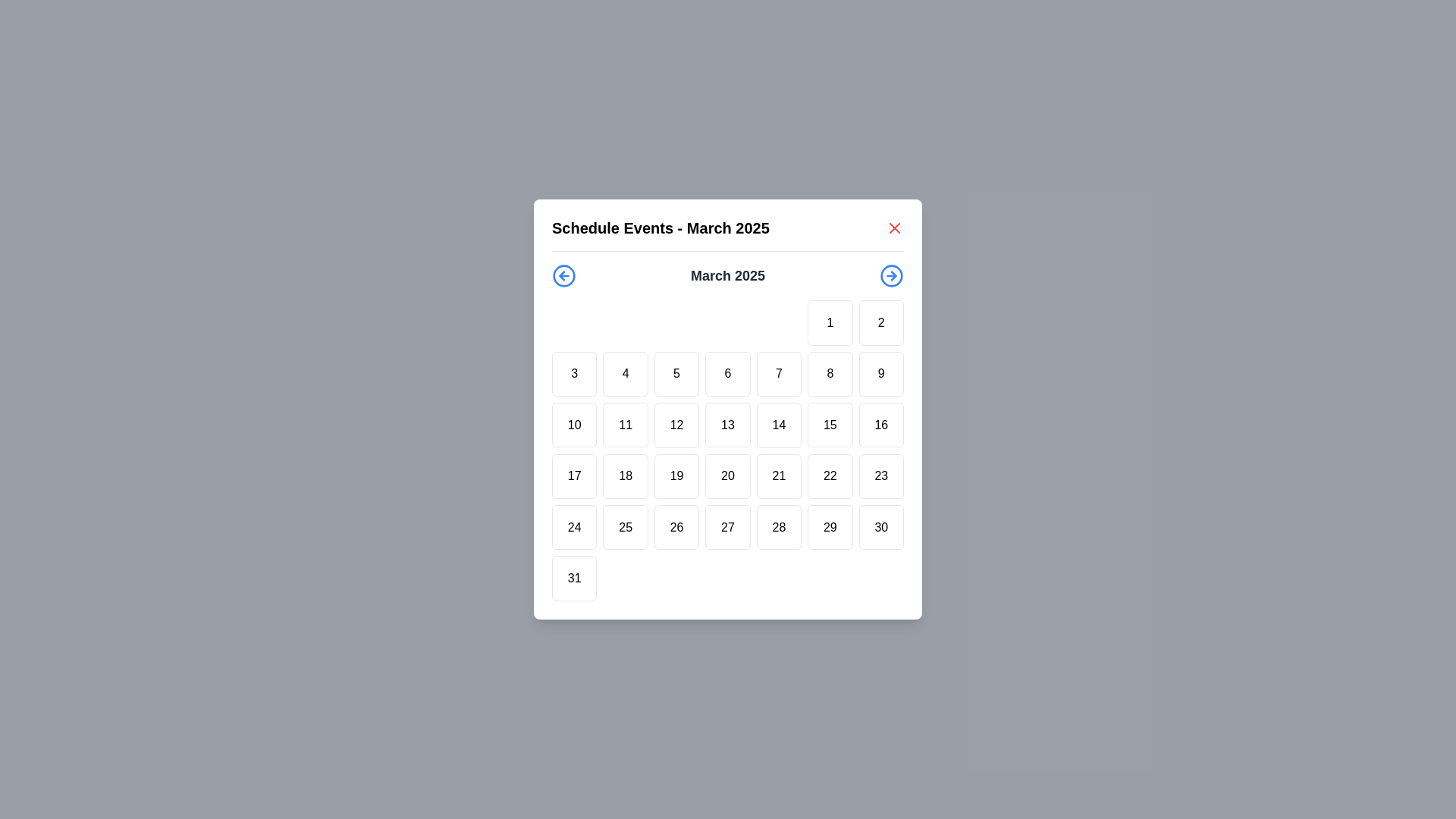 This screenshot has width=1456, height=819. Describe the element at coordinates (676, 374) in the screenshot. I see `the button representing the fifth day of the month in the calendar interface` at that location.